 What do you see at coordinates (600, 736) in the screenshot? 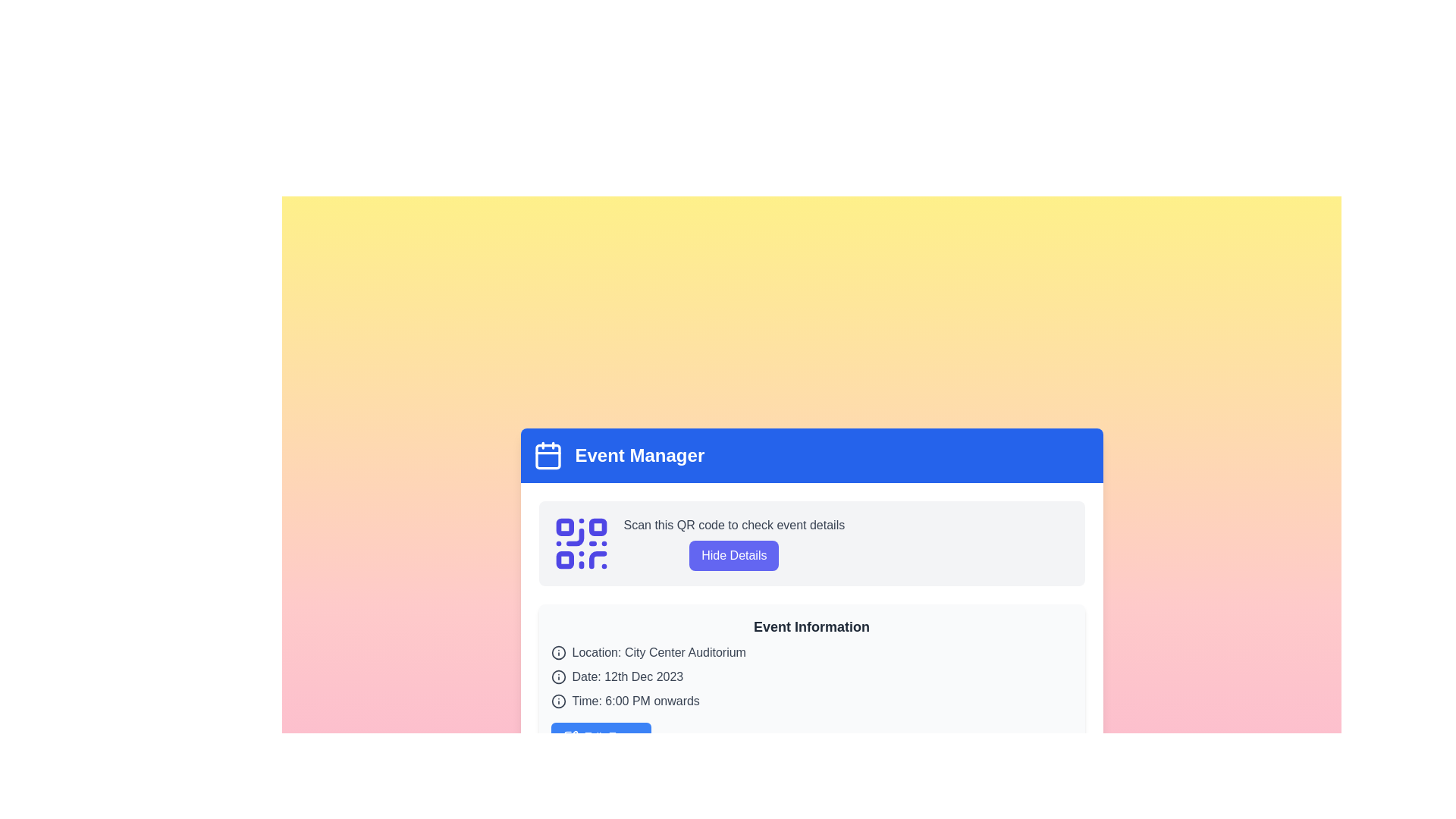
I see `the edit button located at the bottom of the event detail panel, just below the 'Event Information' section` at bounding box center [600, 736].